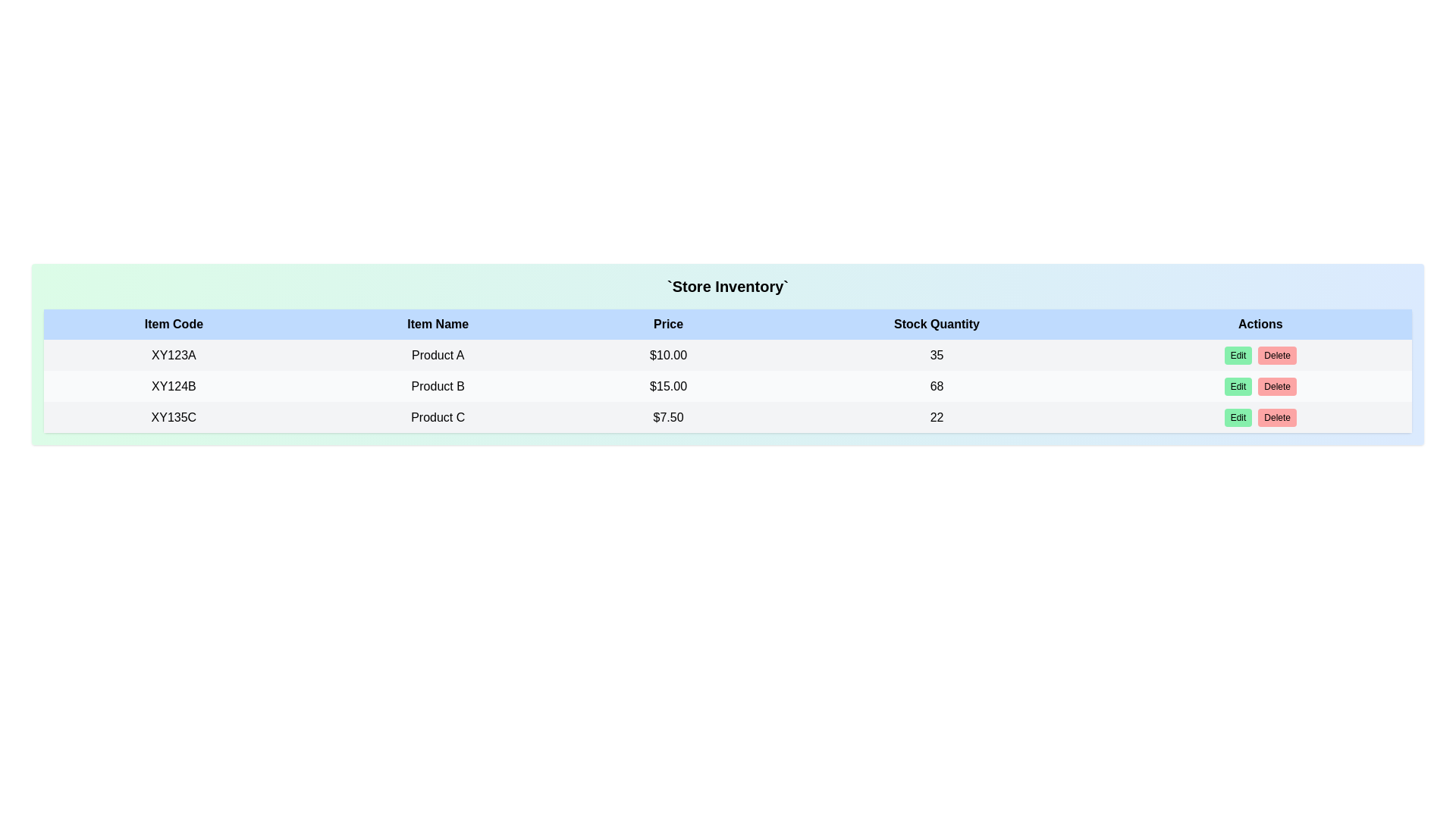 Image resolution: width=1456 pixels, height=819 pixels. I want to click on the edit button located in the 'Actions' column of the second row associated with 'Product B' to observe the hover styling, so click(1238, 385).